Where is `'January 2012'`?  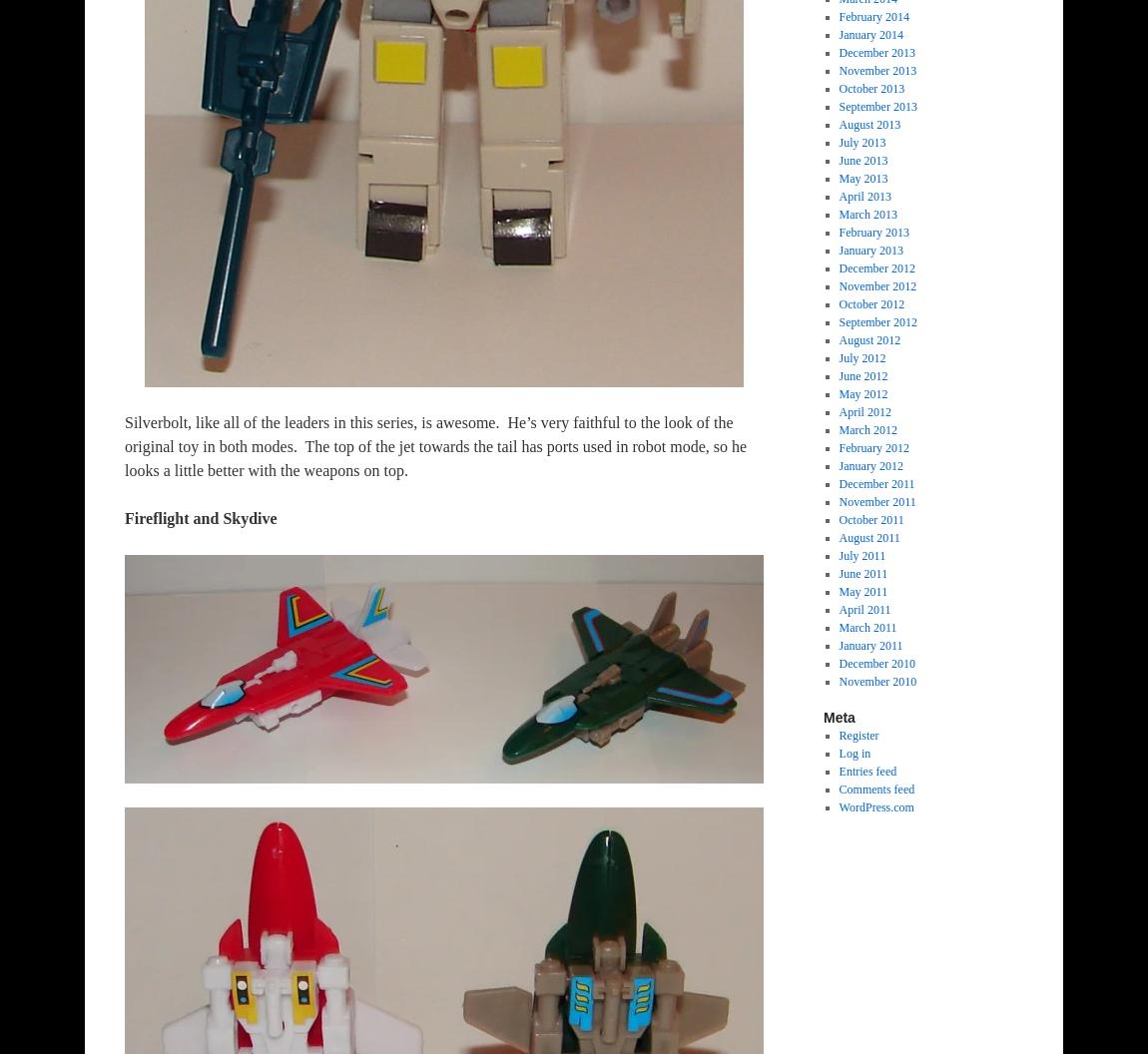 'January 2012' is located at coordinates (870, 464).